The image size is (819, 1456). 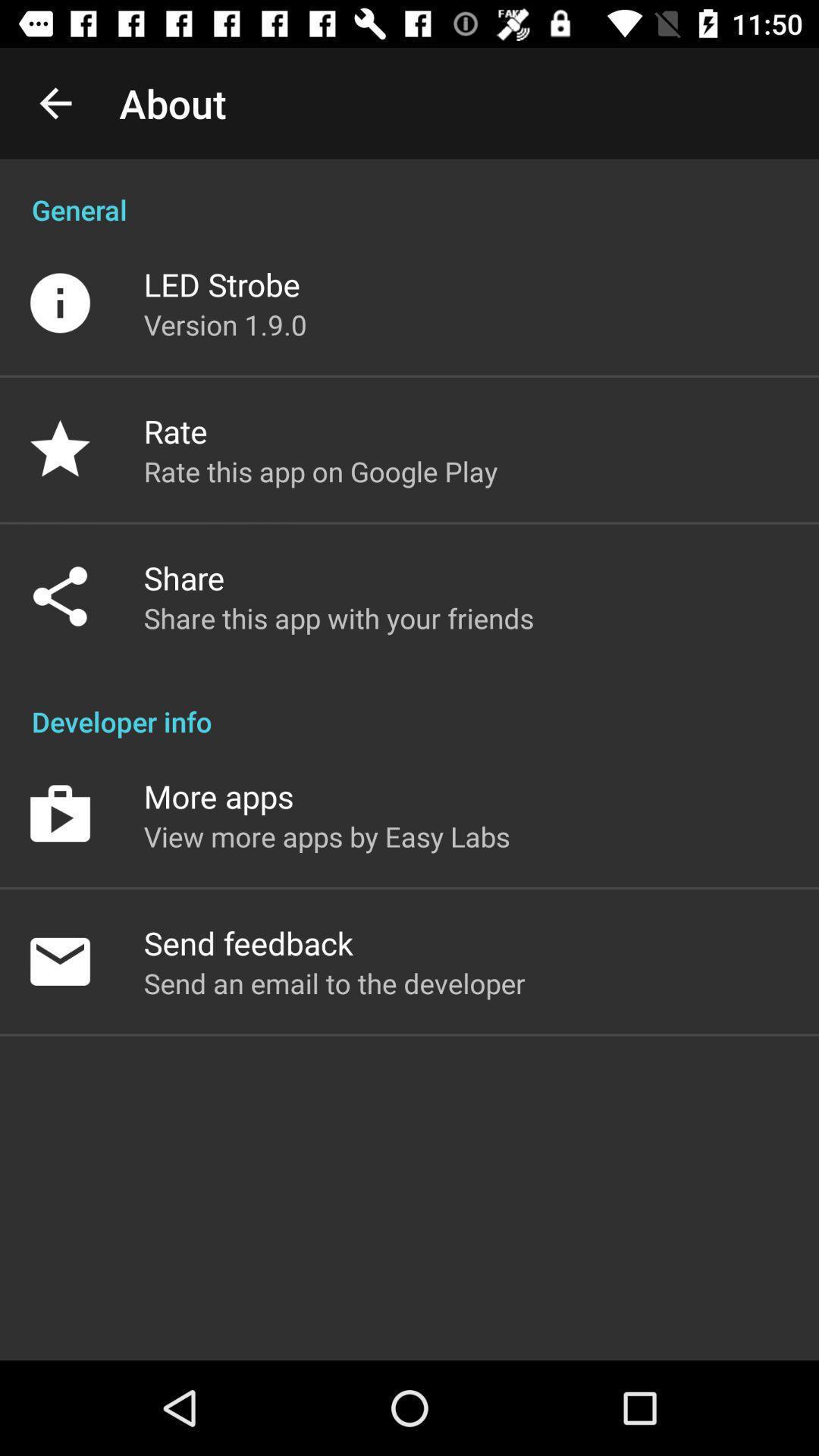 What do you see at coordinates (409, 193) in the screenshot?
I see `app above the led strobe app` at bounding box center [409, 193].